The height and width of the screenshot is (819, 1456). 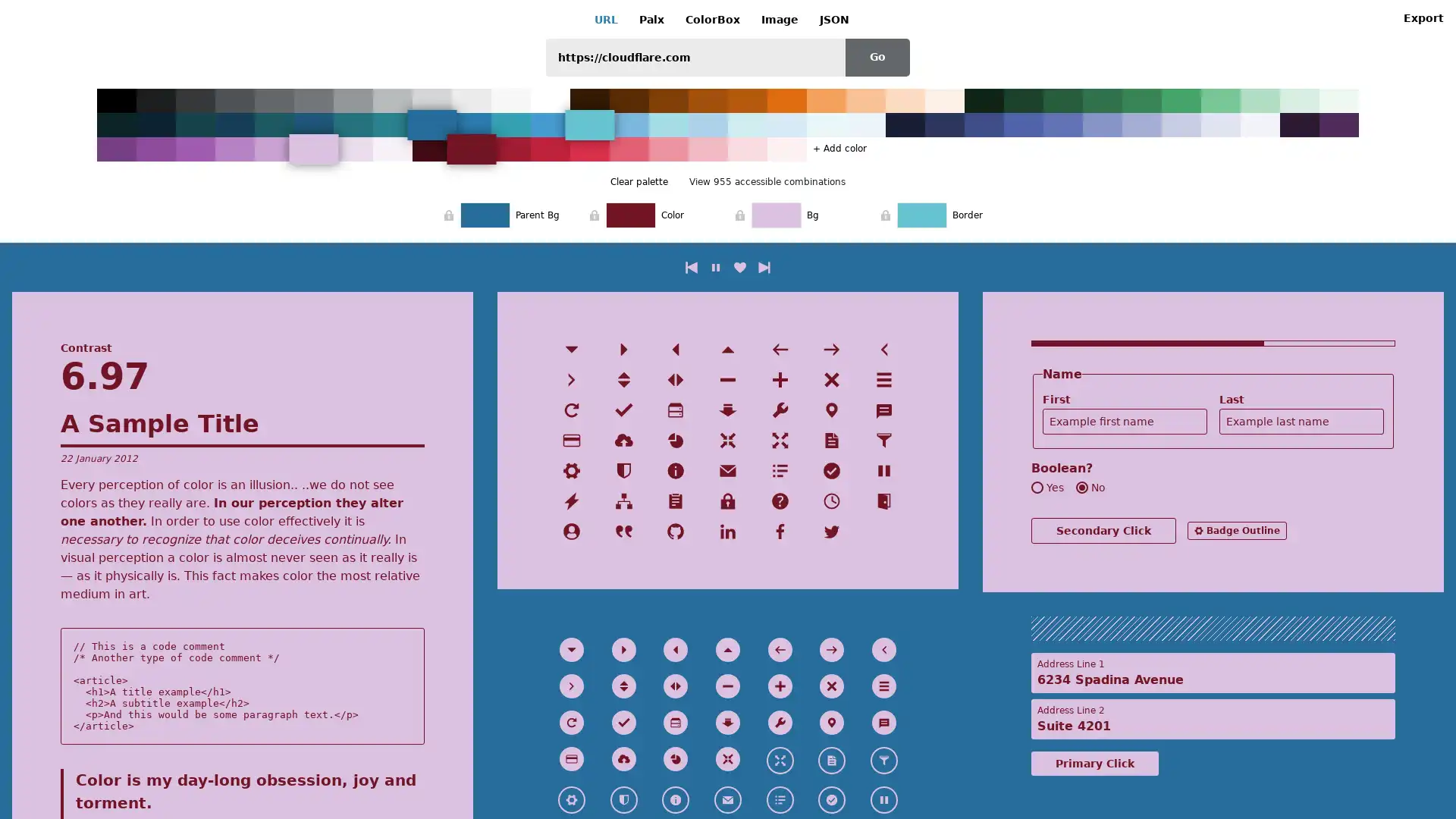 I want to click on Image, so click(x=780, y=20).